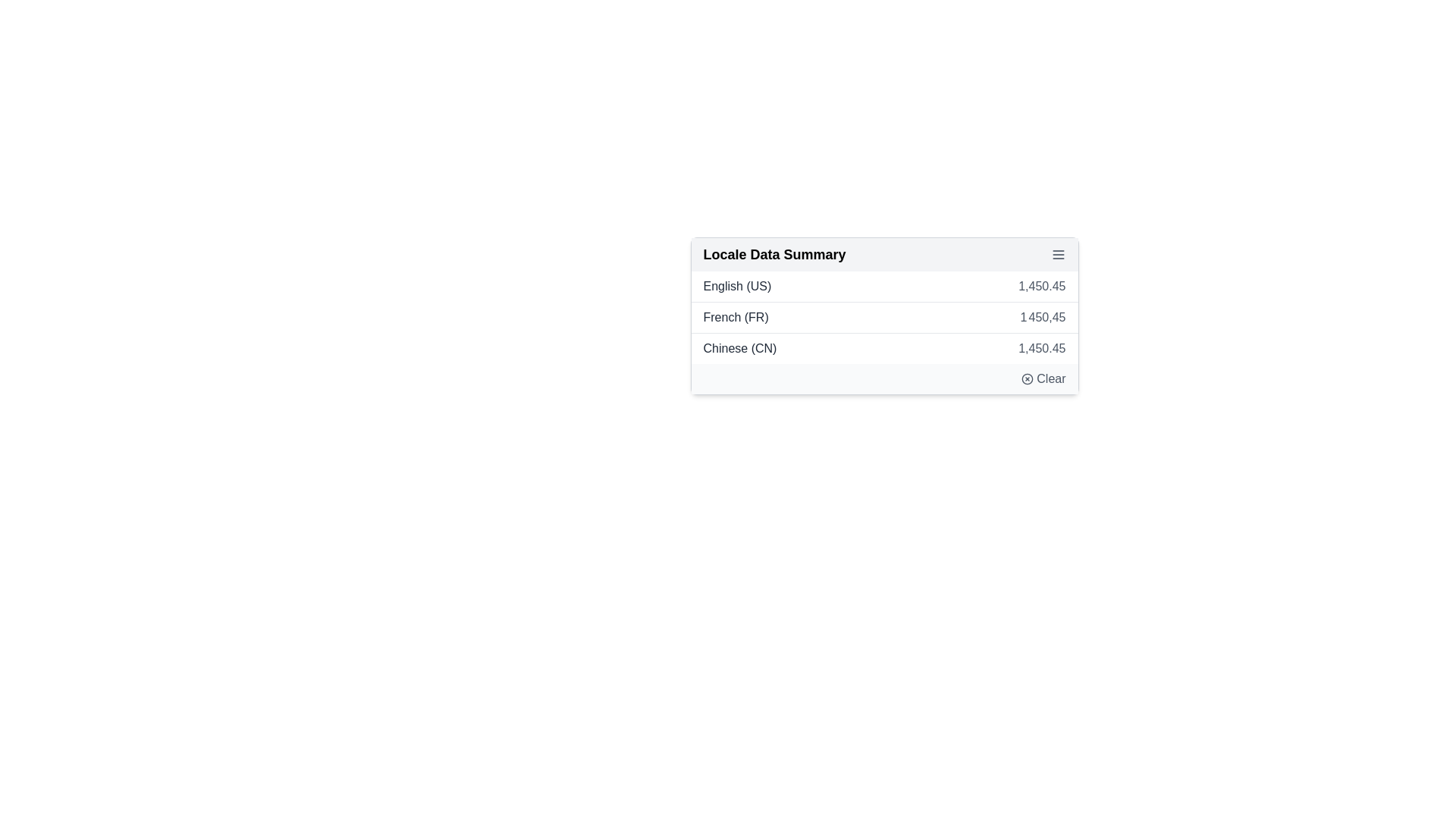  What do you see at coordinates (739, 348) in the screenshot?
I see `the language displayed` at bounding box center [739, 348].